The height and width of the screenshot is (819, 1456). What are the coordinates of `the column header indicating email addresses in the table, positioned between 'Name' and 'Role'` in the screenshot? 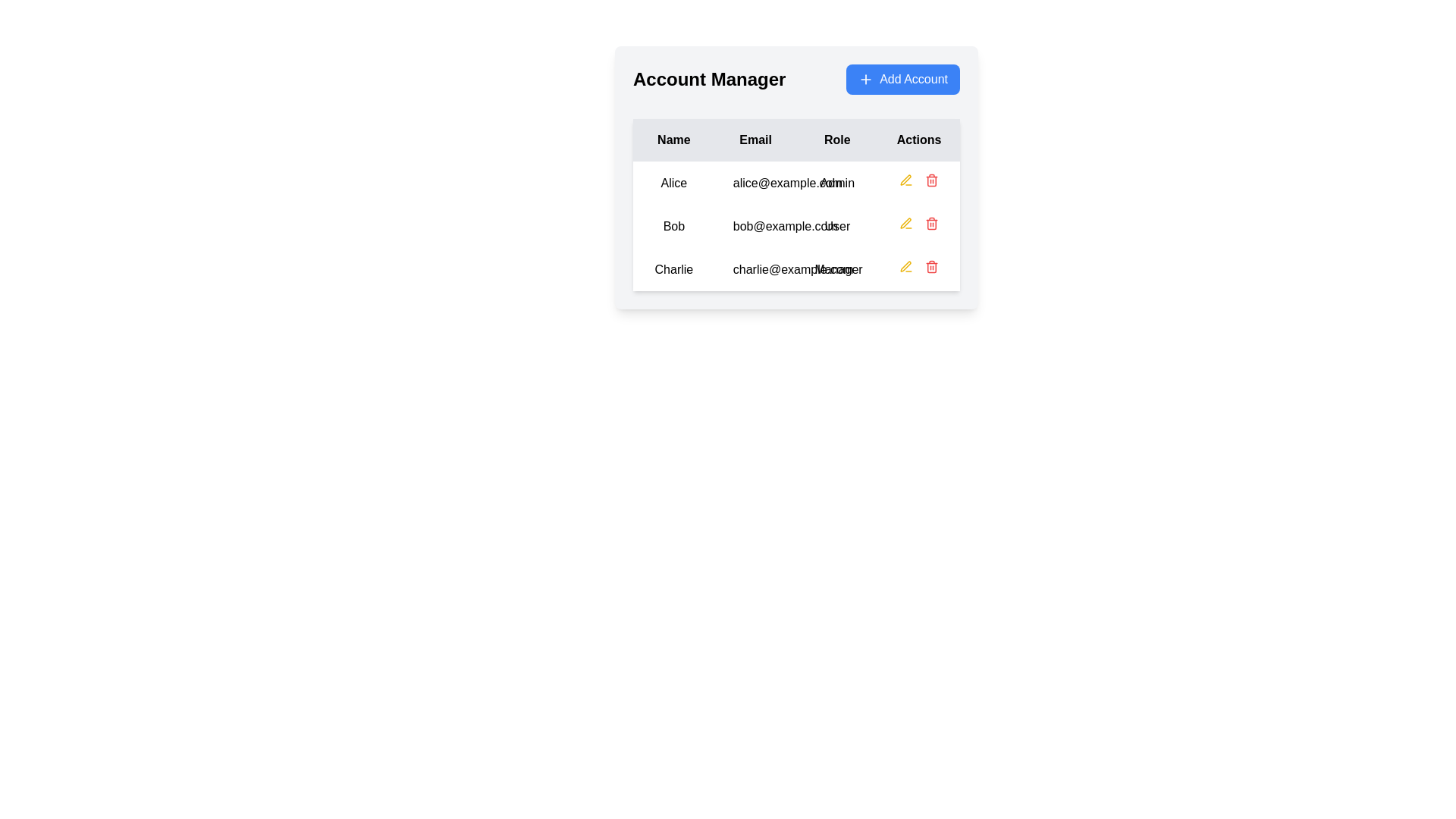 It's located at (755, 140).